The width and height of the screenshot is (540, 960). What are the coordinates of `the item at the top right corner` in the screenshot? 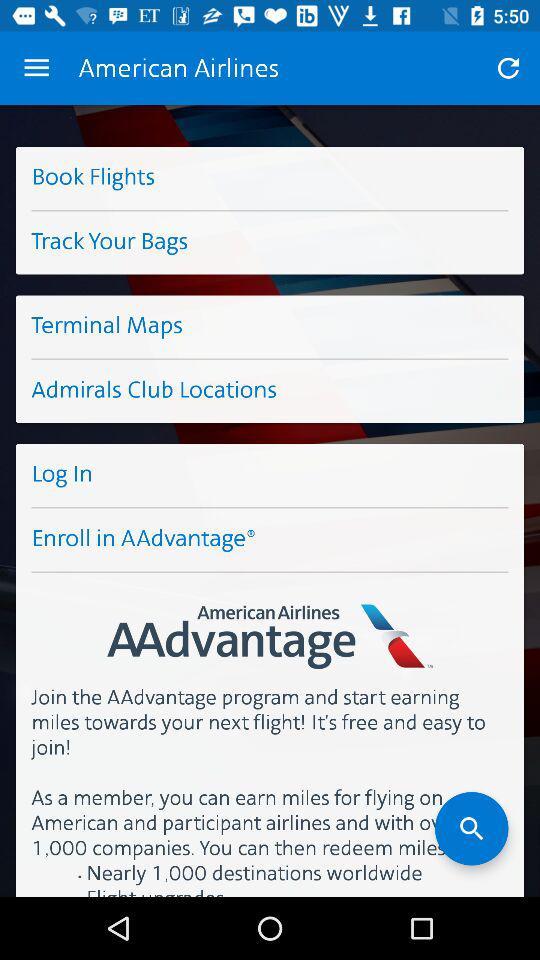 It's located at (508, 68).